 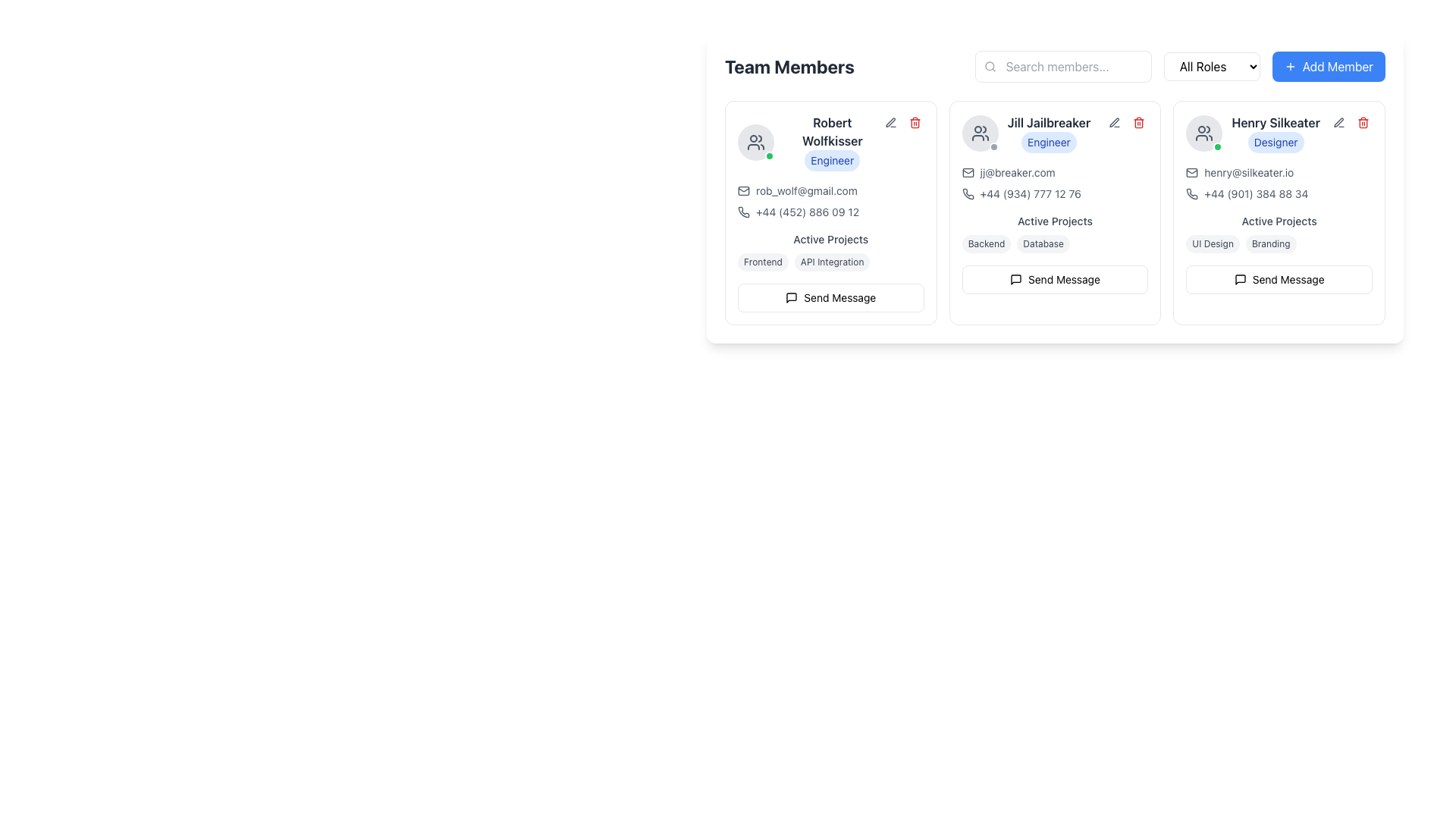 I want to click on the pill-shaped label with the text 'Frontend' located in the 'Active Projects' section of Robert Wolfkisser's card, so click(x=763, y=262).